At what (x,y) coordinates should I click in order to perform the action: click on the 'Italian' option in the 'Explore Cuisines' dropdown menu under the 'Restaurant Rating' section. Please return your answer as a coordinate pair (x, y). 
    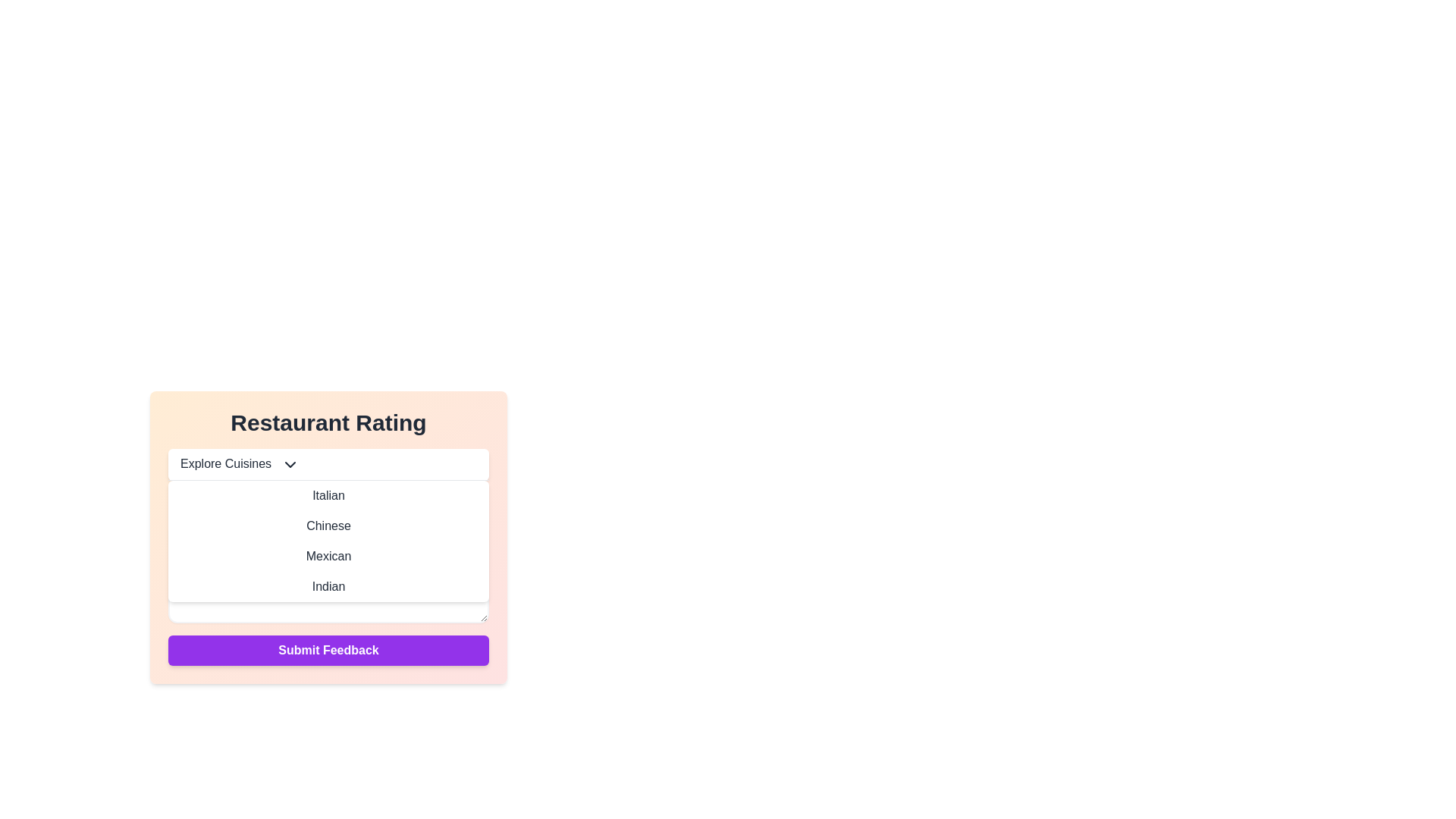
    Looking at the image, I should click on (328, 501).